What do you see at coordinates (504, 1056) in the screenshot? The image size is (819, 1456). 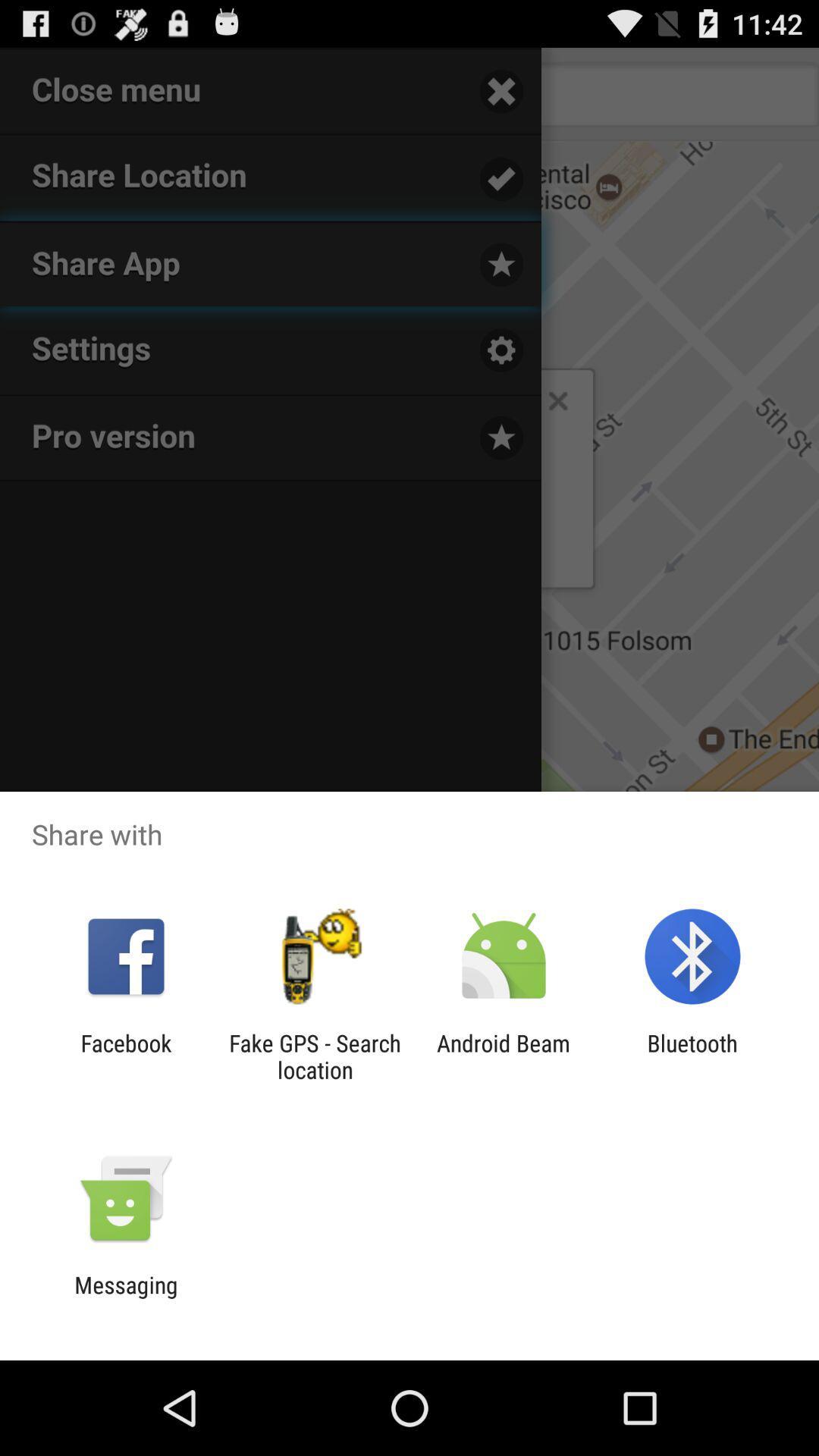 I see `app next to the fake gps search` at bounding box center [504, 1056].